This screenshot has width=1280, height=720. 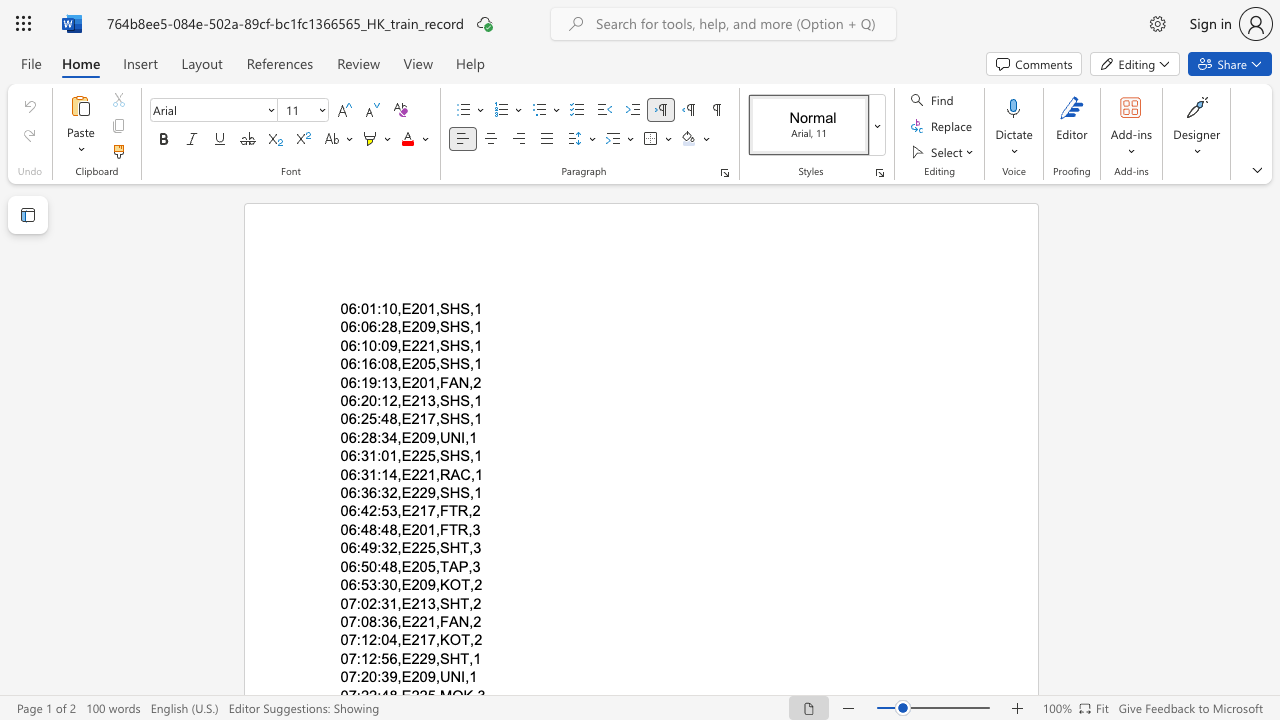 I want to click on the subset text ",E213,S" within the text "06:20:12,E213,SHS,1", so click(x=397, y=401).